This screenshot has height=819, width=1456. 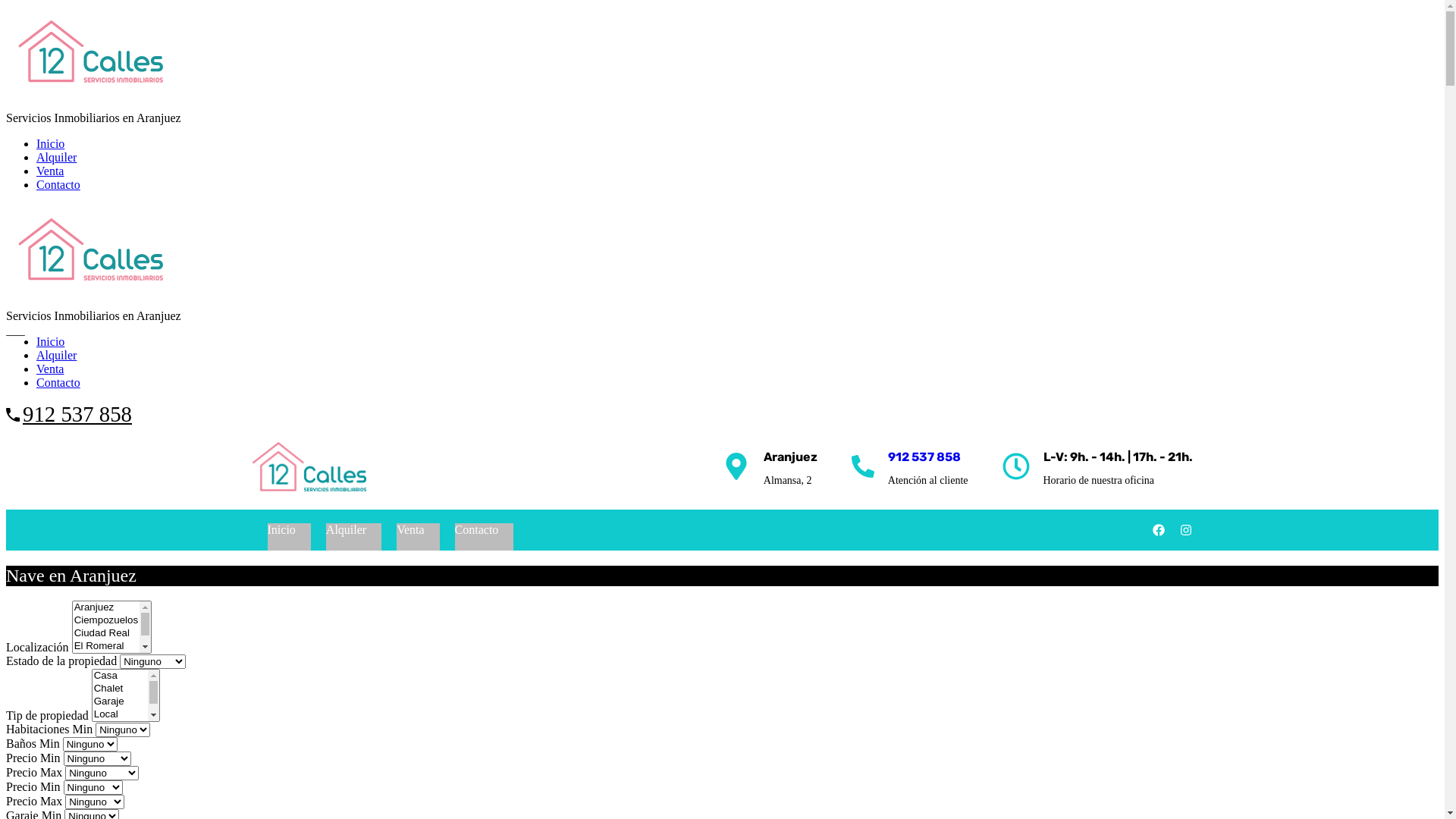 What do you see at coordinates (58, 184) in the screenshot?
I see `'Contacto'` at bounding box center [58, 184].